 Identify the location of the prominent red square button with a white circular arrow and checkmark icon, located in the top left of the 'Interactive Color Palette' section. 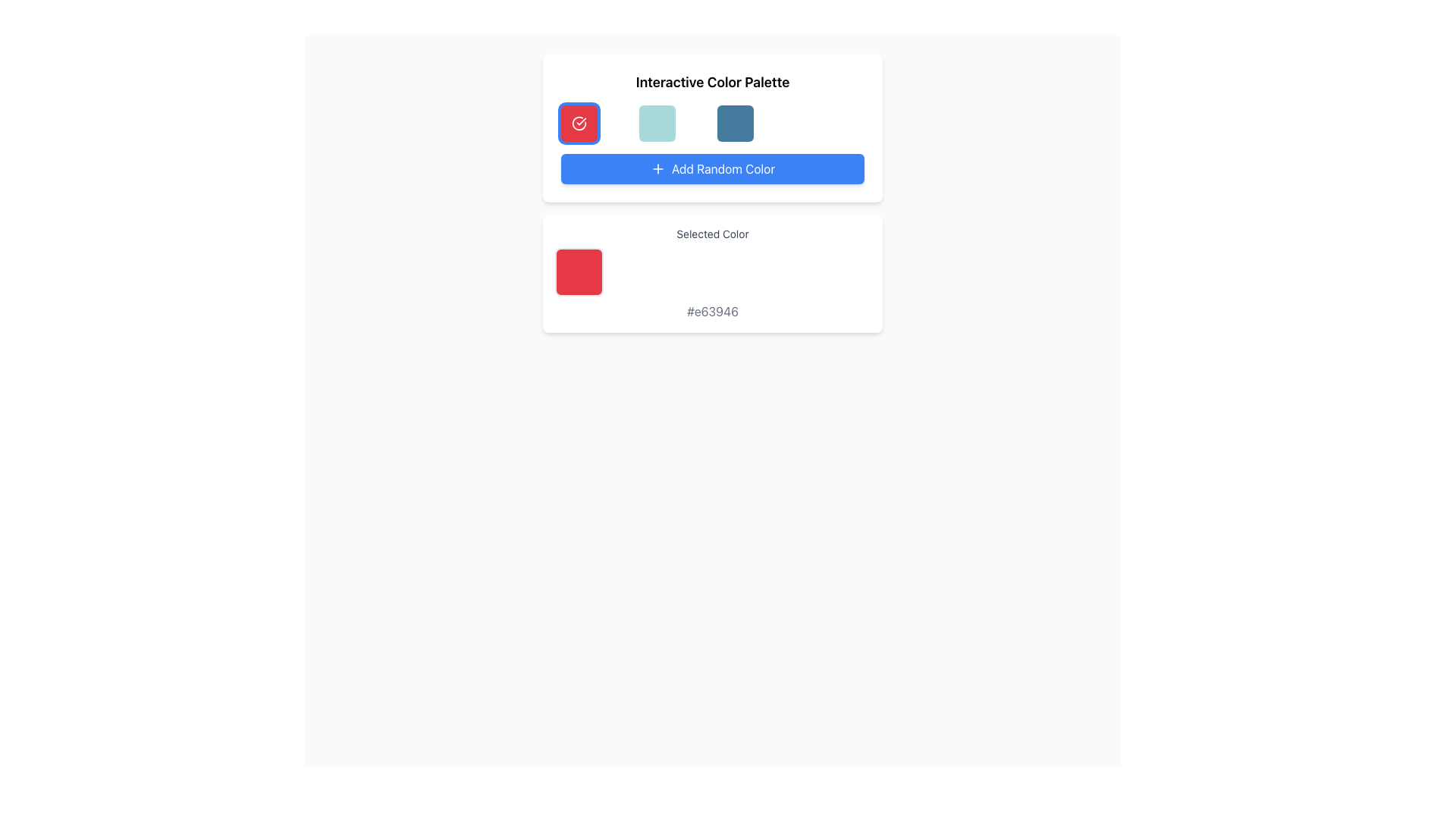
(578, 122).